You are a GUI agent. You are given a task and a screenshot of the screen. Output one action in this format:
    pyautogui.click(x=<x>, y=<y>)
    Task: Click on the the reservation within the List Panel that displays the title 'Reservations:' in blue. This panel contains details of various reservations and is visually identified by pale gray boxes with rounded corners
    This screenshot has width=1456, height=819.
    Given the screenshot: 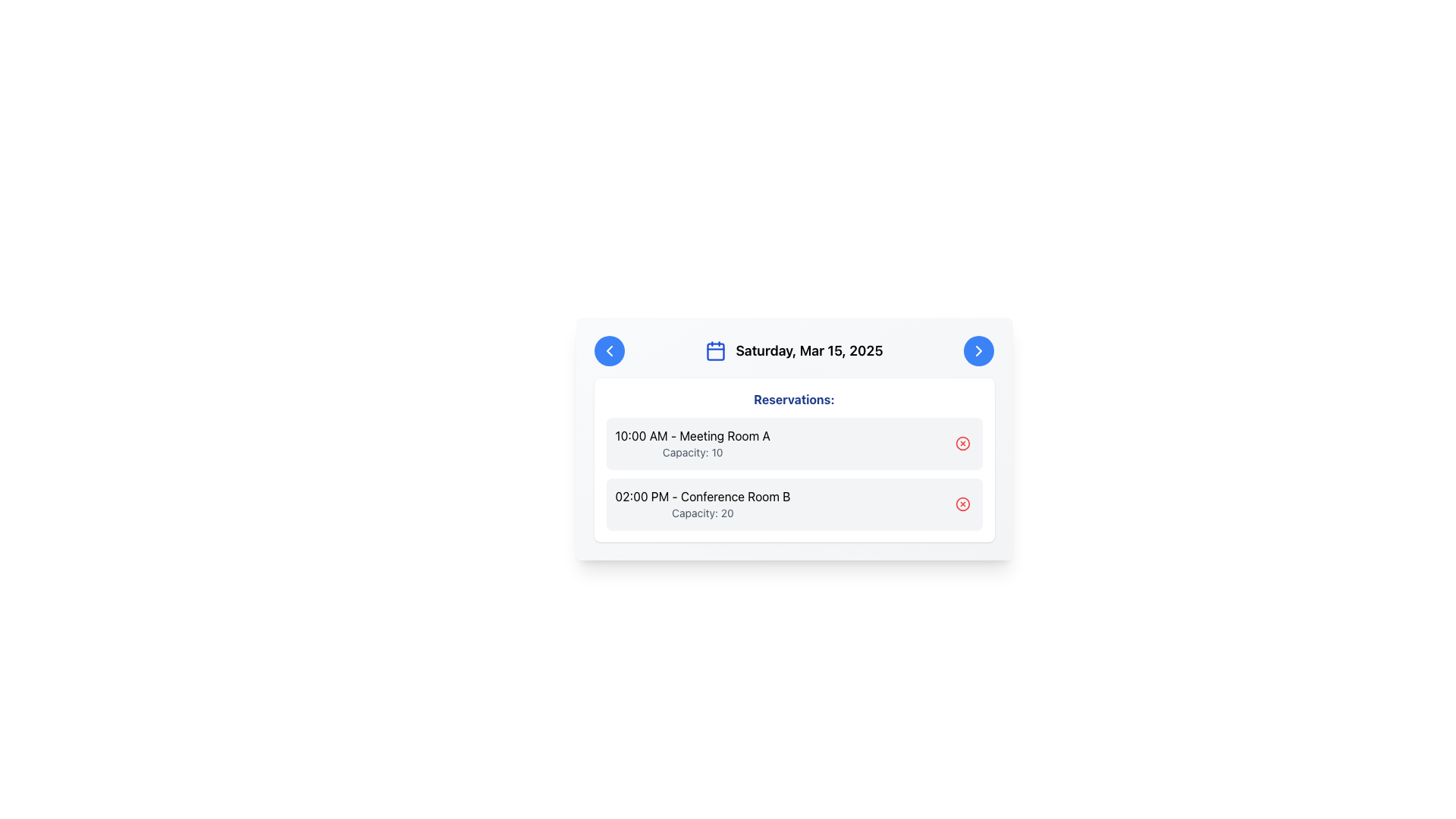 What is the action you would take?
    pyautogui.click(x=793, y=459)
    